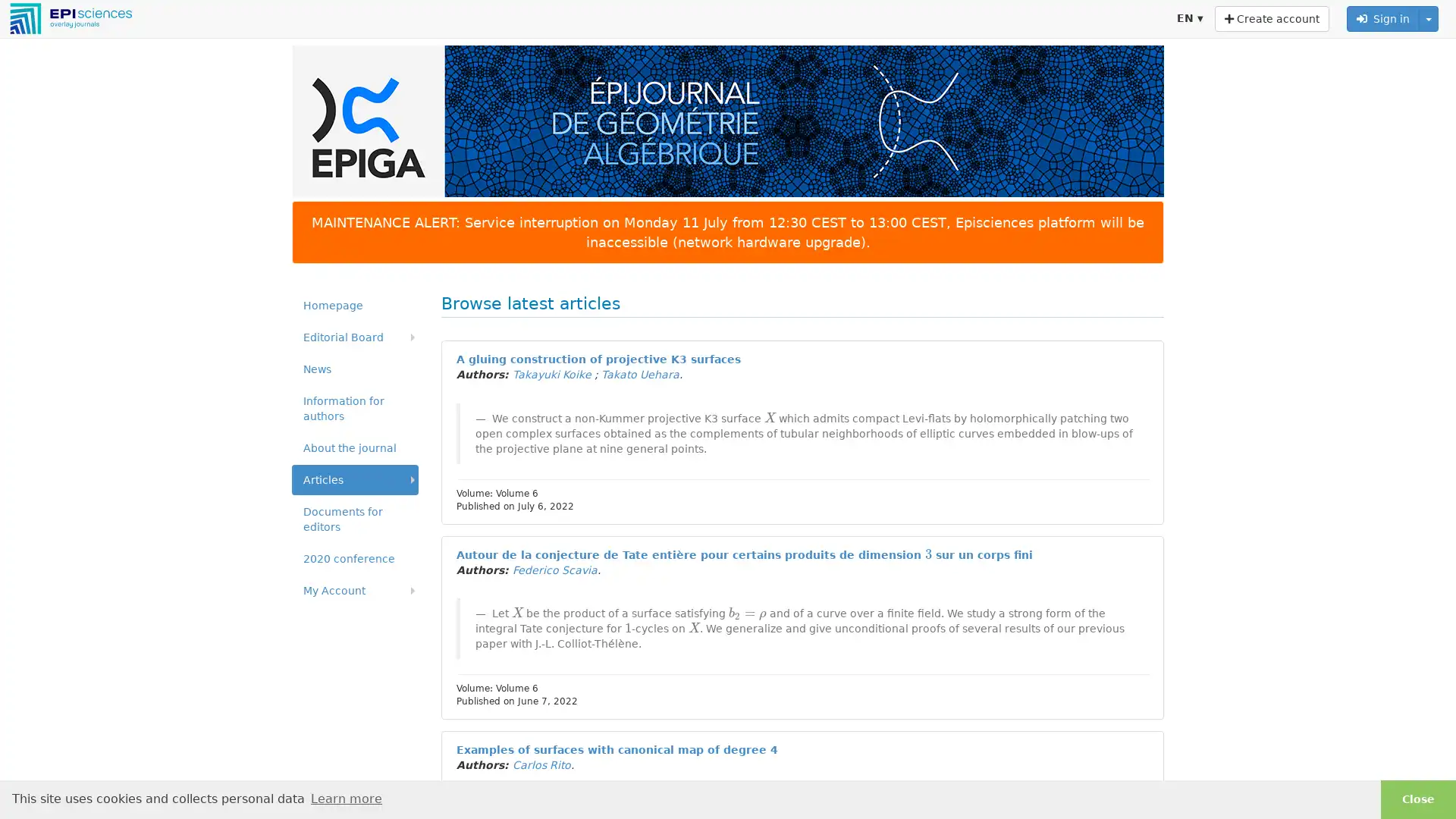  I want to click on Sign in, so click(1383, 18).